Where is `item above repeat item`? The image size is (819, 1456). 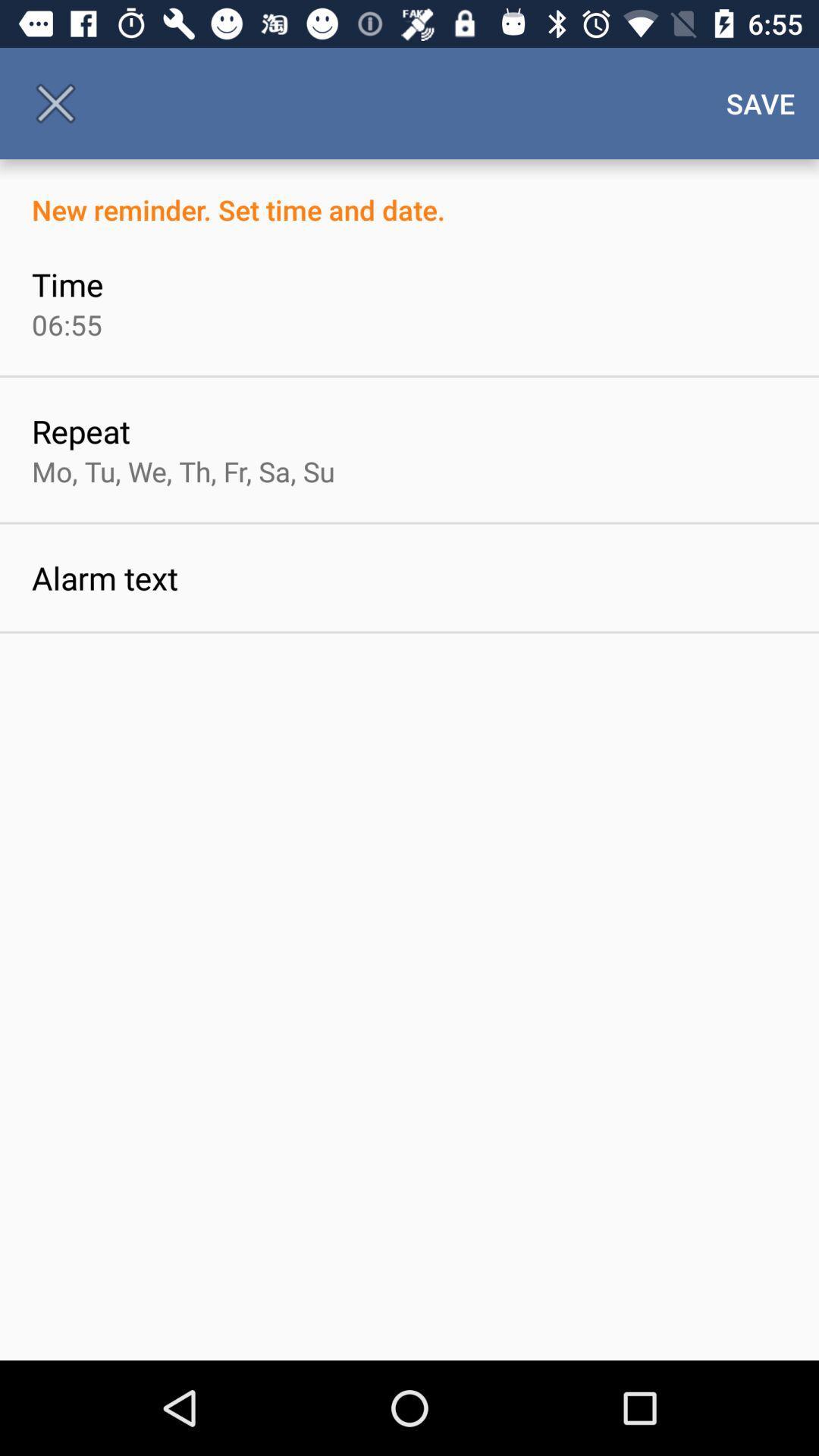
item above repeat item is located at coordinates (66, 324).